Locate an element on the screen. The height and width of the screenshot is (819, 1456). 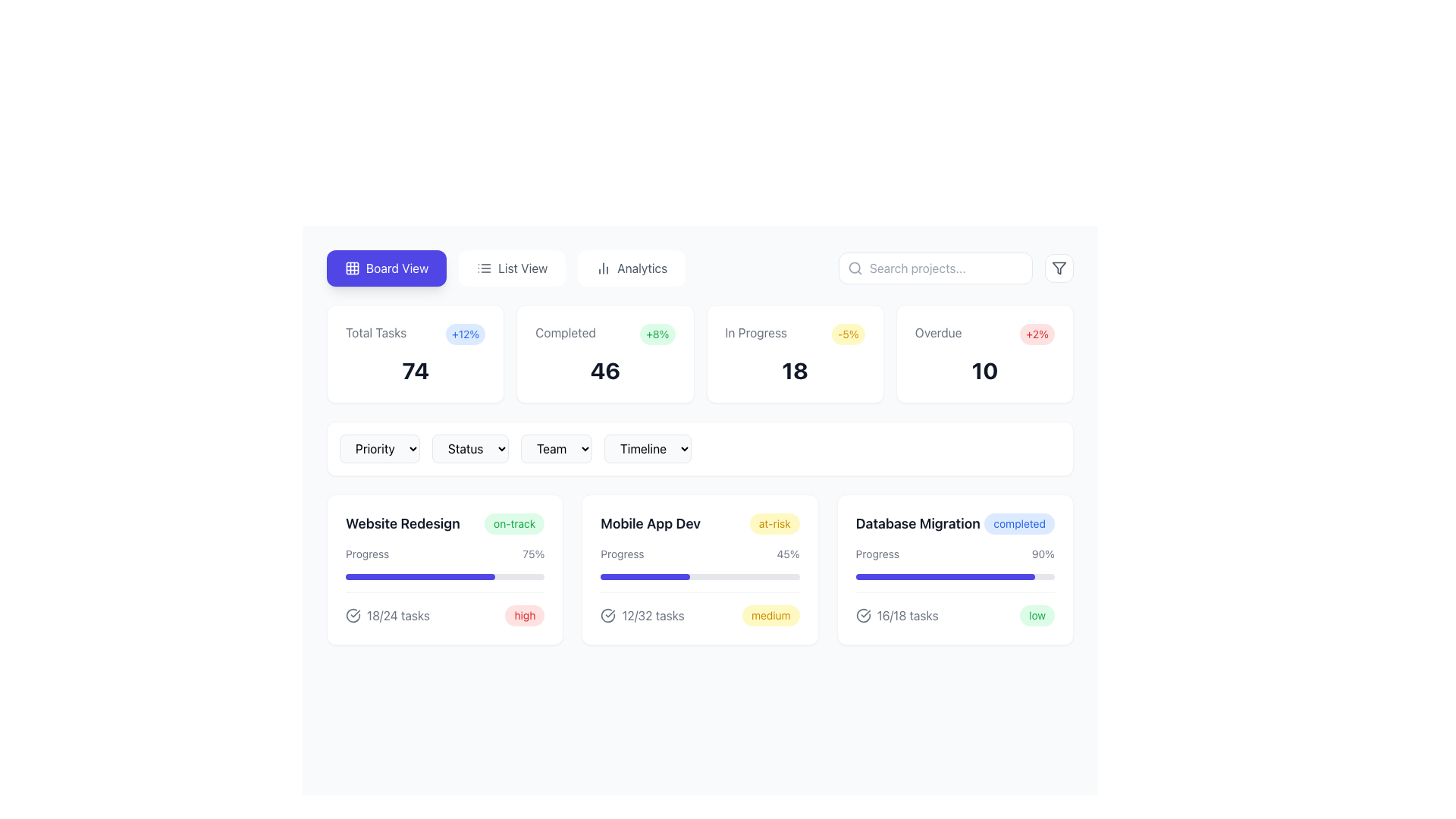
the text label reading 'Analytics' located within the button in the horizontal navigation strip, positioned to the right of a bar chart icon is located at coordinates (642, 268).